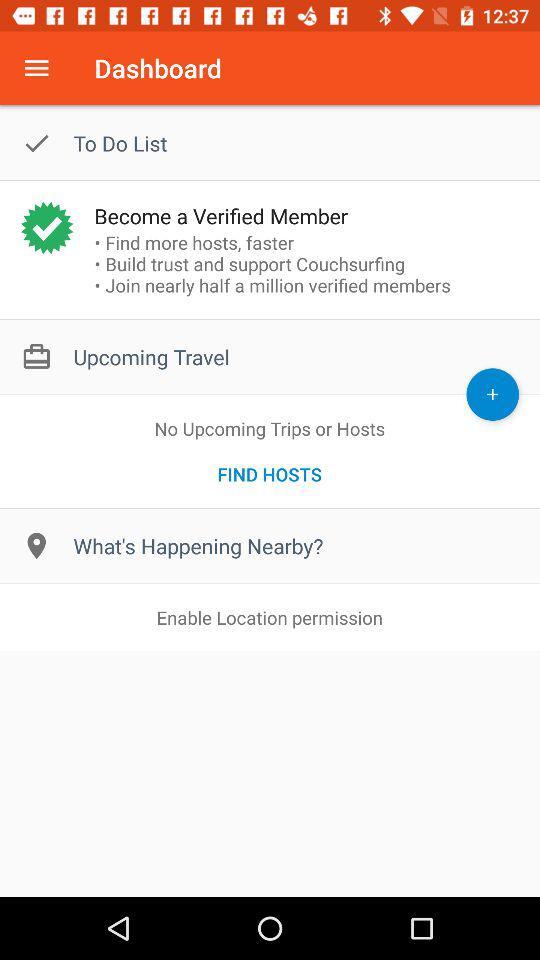  What do you see at coordinates (36, 68) in the screenshot?
I see `open menu` at bounding box center [36, 68].